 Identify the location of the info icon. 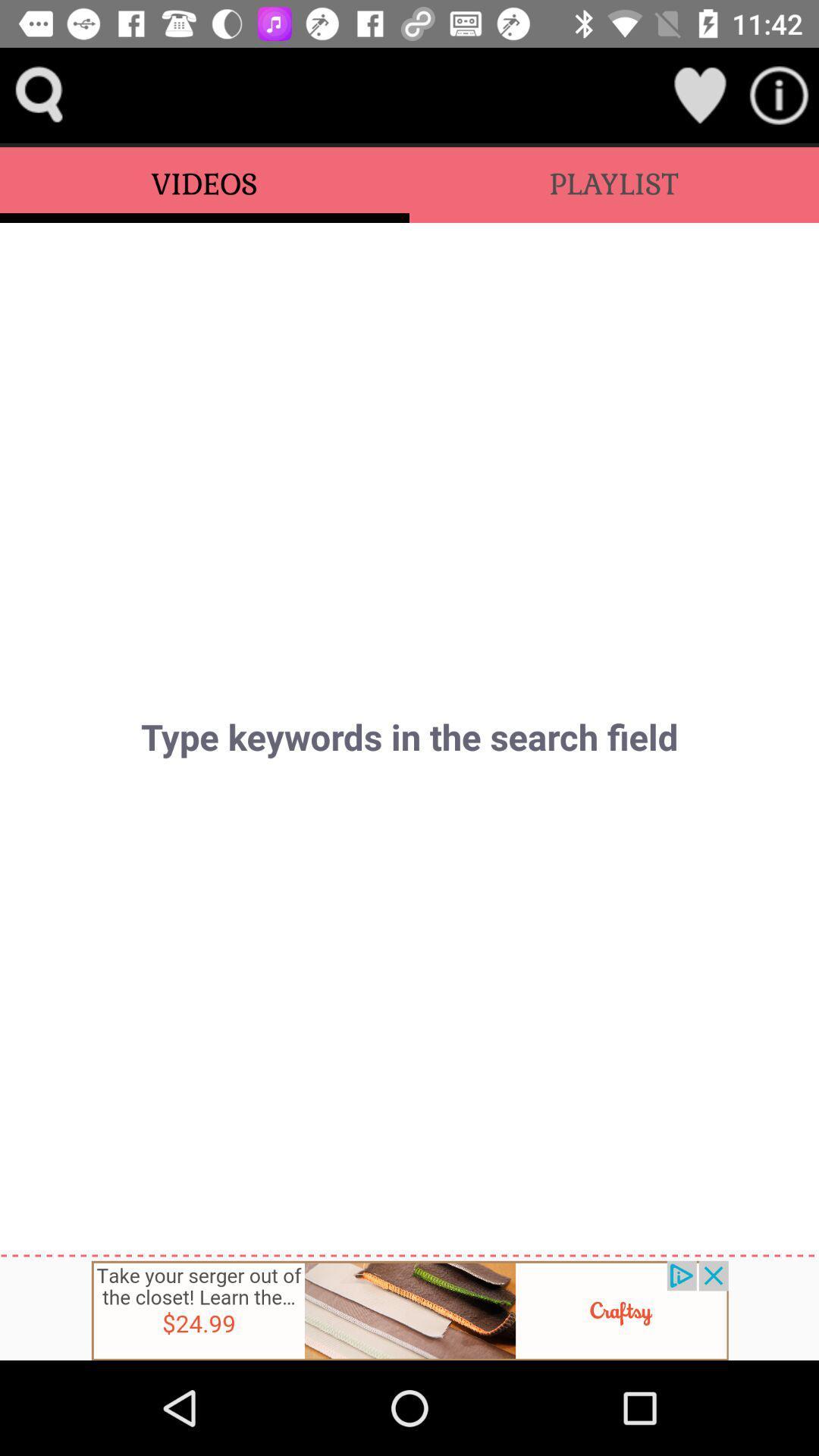
(779, 94).